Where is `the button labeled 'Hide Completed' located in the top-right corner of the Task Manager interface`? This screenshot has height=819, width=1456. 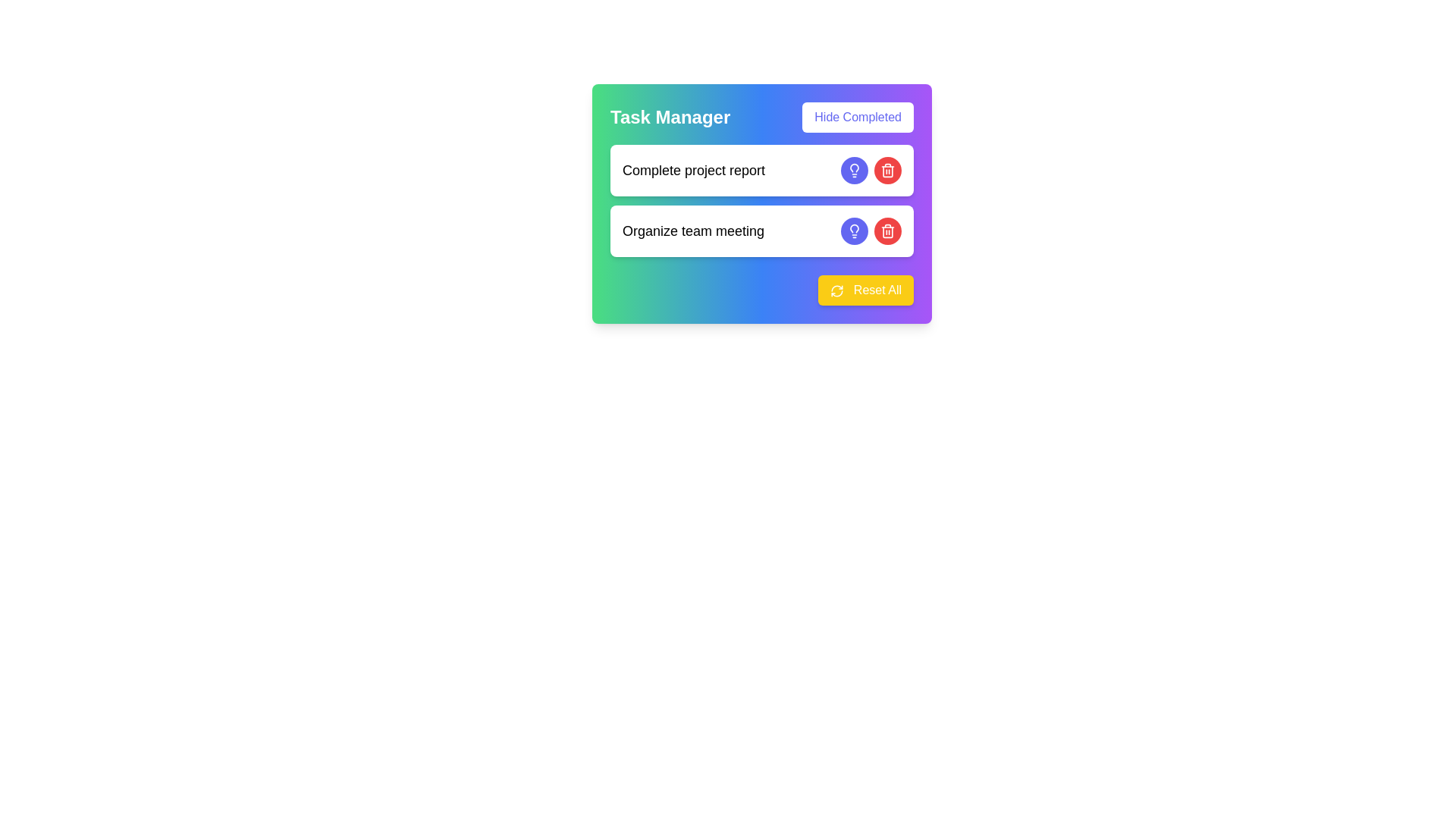
the button labeled 'Hide Completed' located in the top-right corner of the Task Manager interface is located at coordinates (858, 116).